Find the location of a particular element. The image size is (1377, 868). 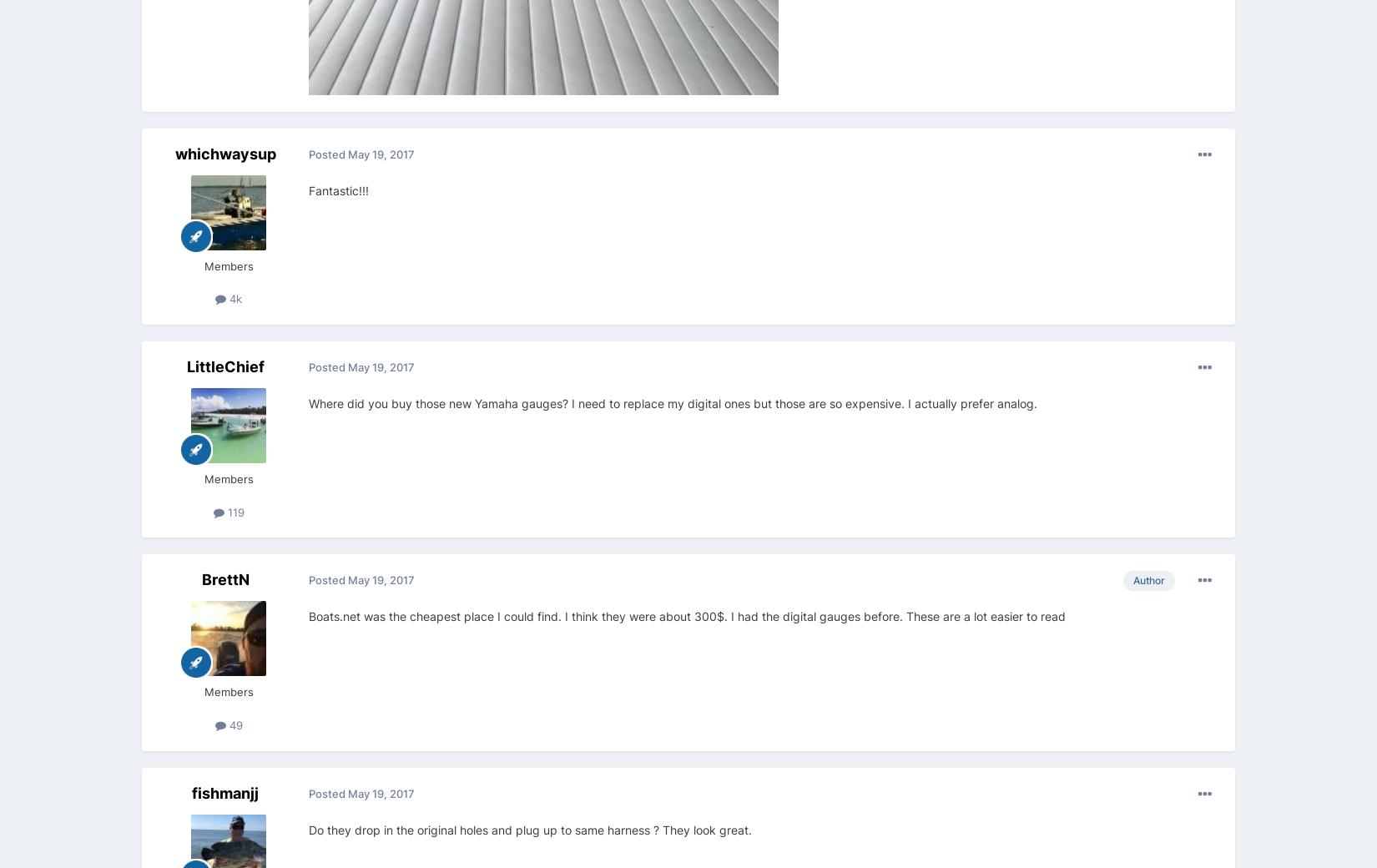

'Author' is located at coordinates (1147, 580).